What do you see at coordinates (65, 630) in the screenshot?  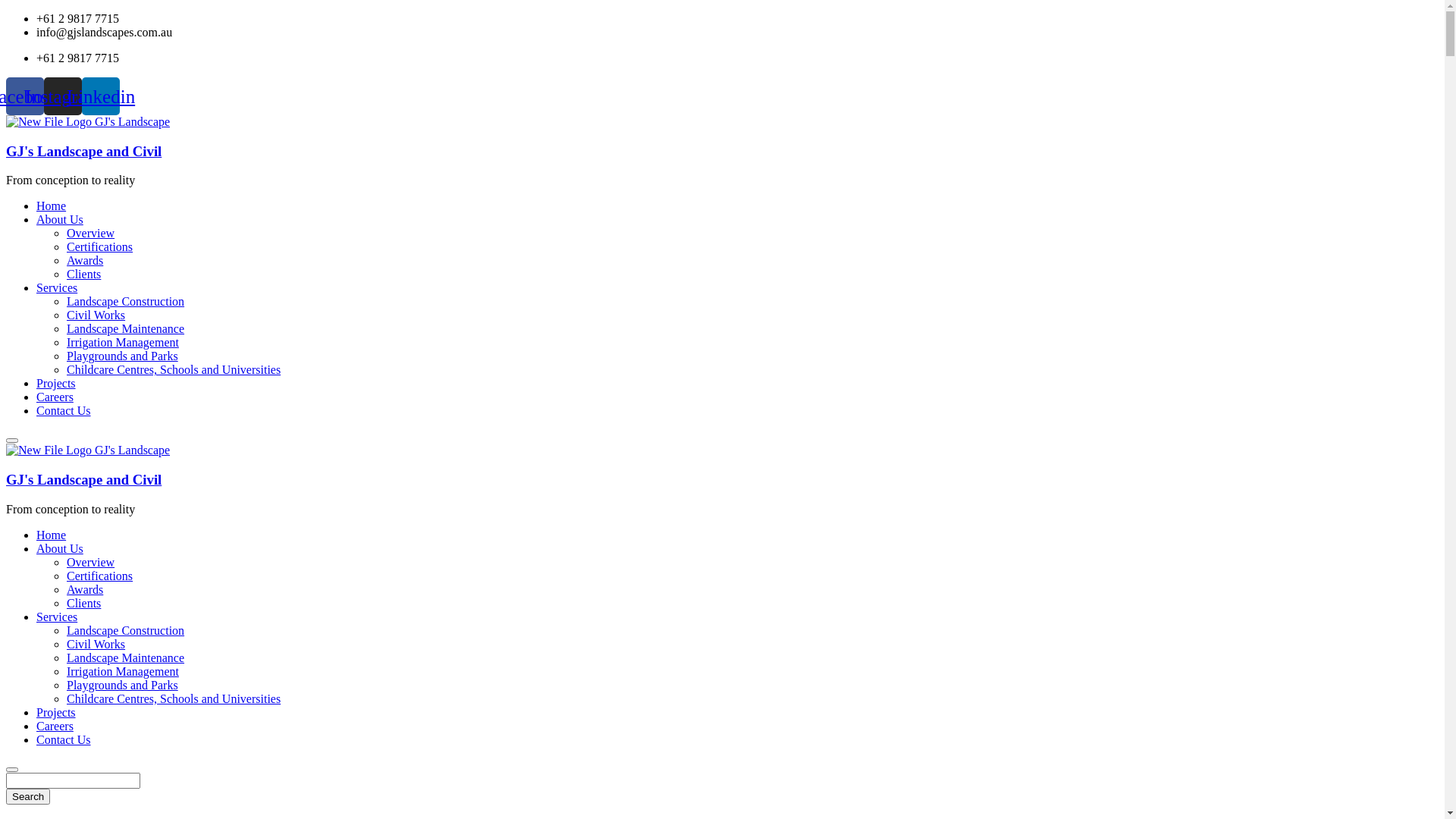 I see `'Landscape Construction'` at bounding box center [65, 630].